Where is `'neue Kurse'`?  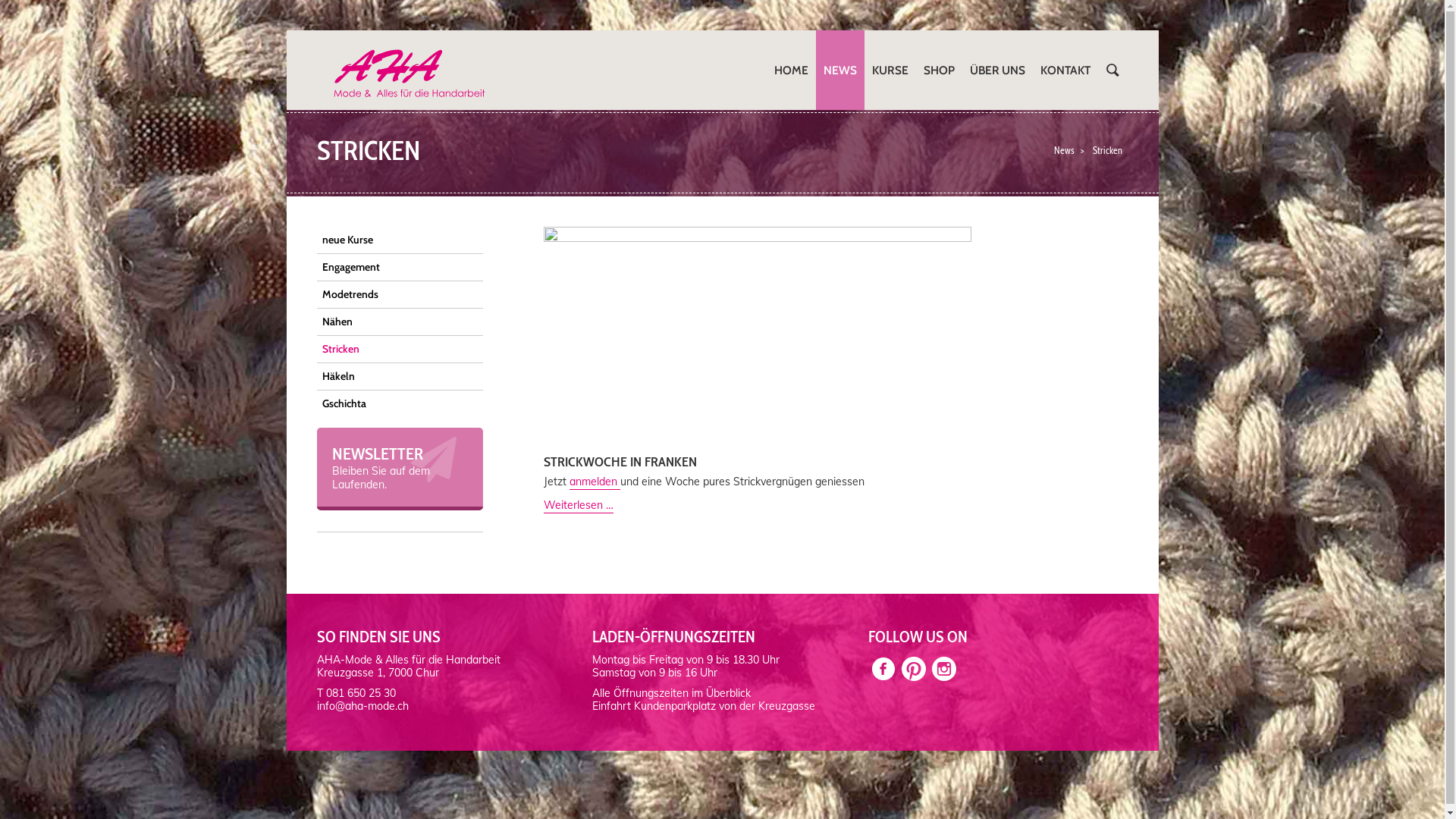
'neue Kurse' is located at coordinates (400, 239).